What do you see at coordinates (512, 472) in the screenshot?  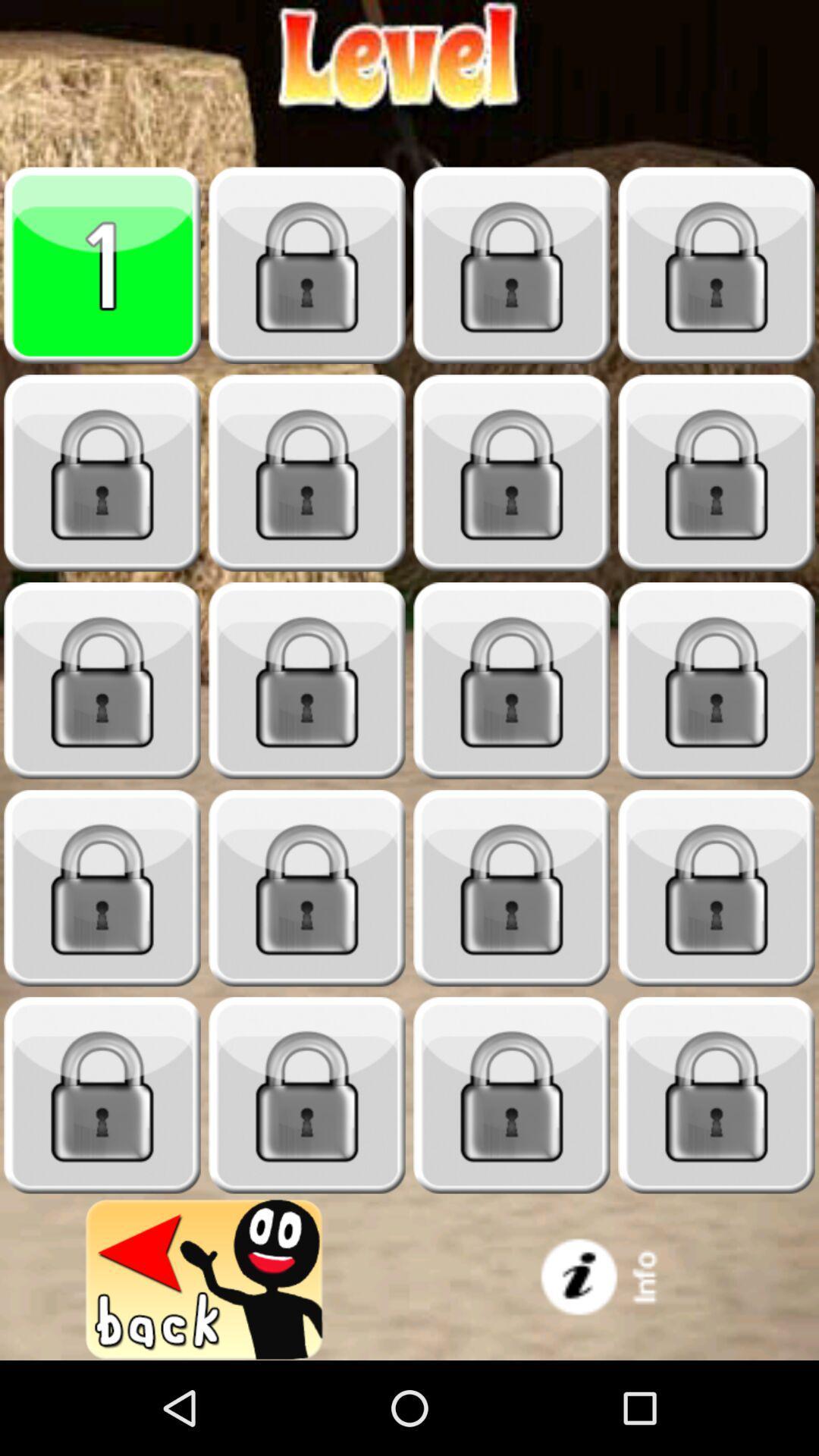 I see `lock button` at bounding box center [512, 472].